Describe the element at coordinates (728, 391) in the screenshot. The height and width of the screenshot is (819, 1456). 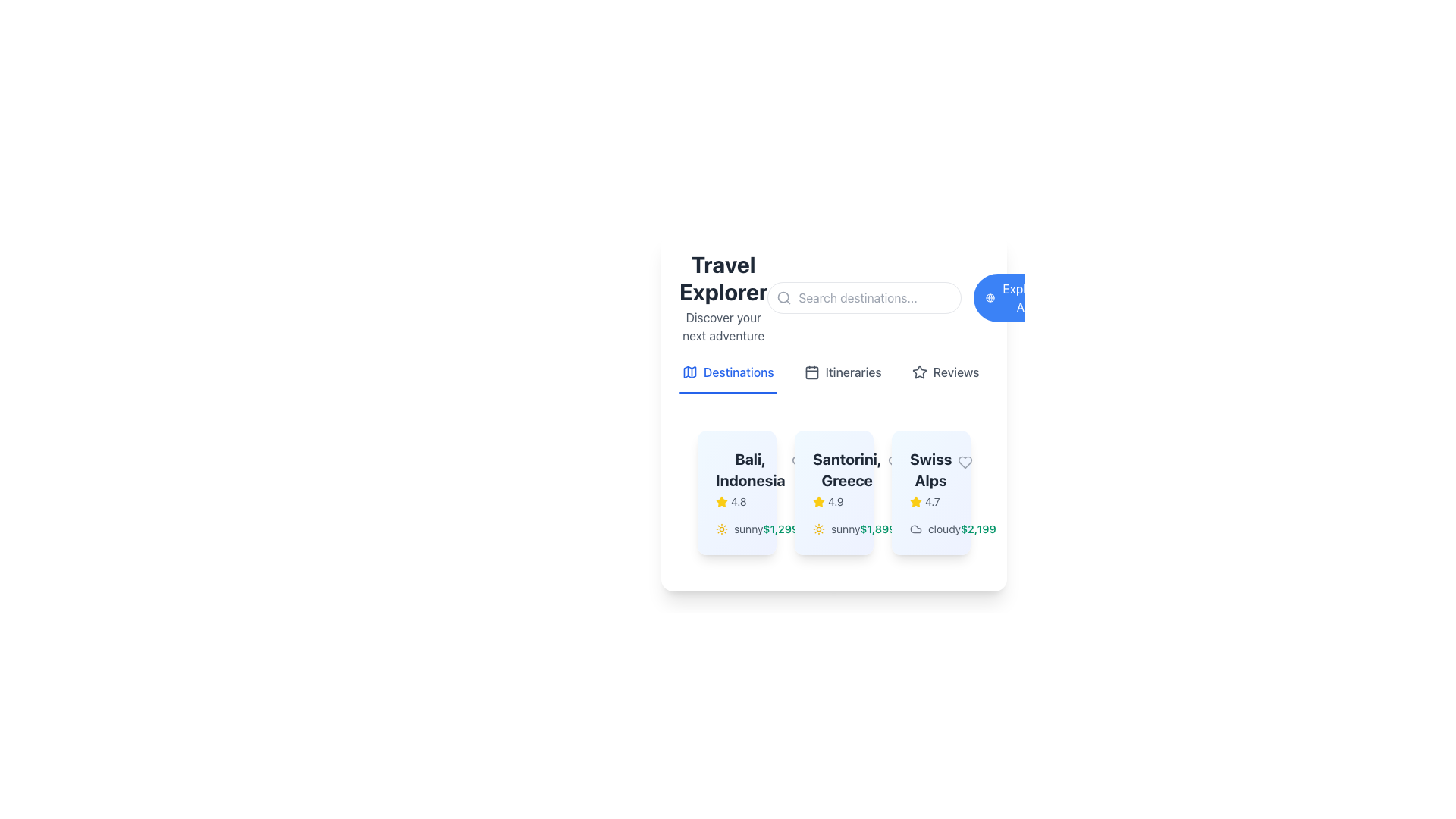
I see `the thin blue line selection indicator located directly beneath the 'Destinations' label in the navigation menu` at that location.